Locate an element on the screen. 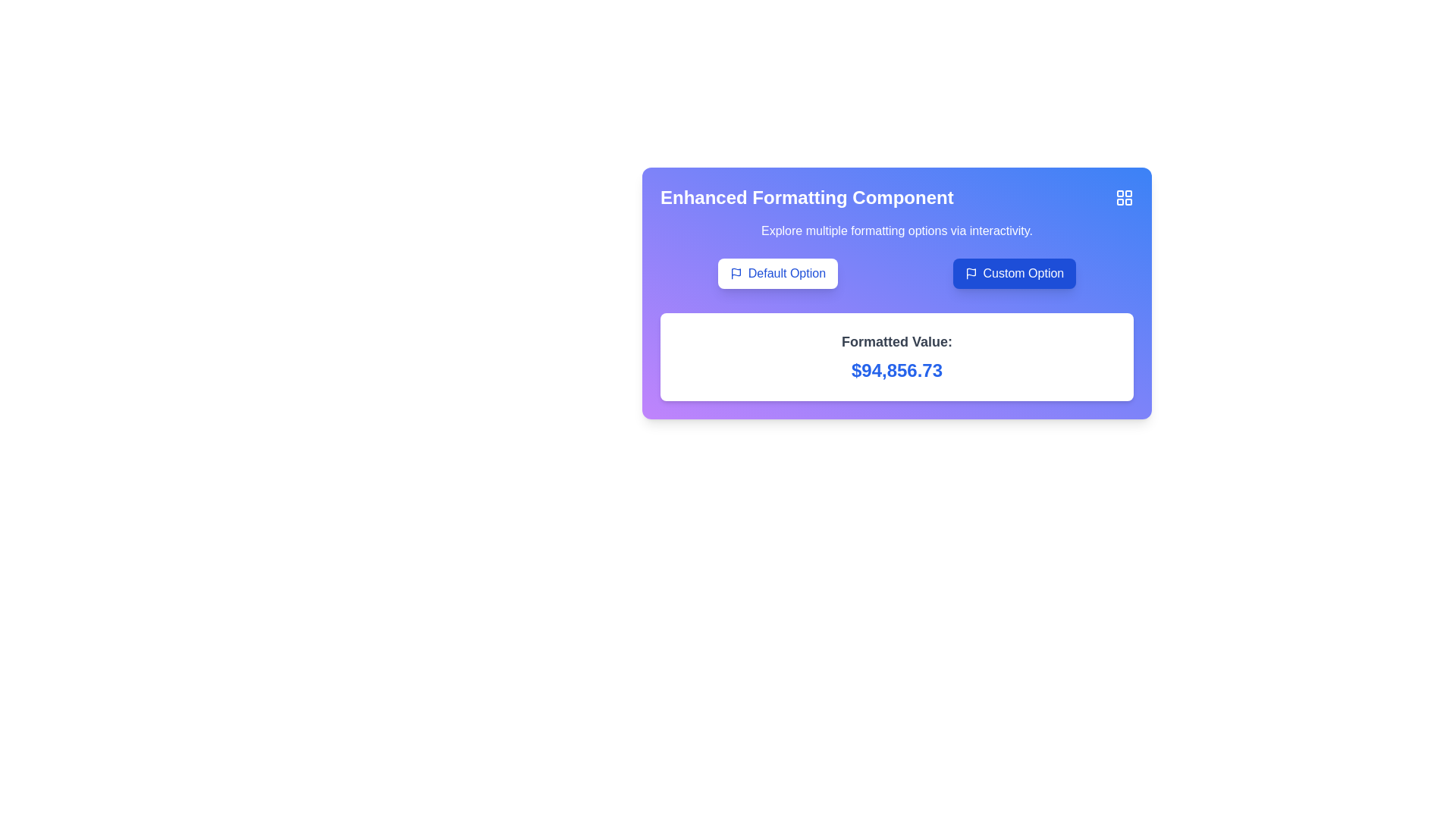  the static text label displaying the formatted monetary value, which is centrally placed within a white background panel on a rounded purple-toned card labeled 'Enhanced Formatting Component' is located at coordinates (896, 356).